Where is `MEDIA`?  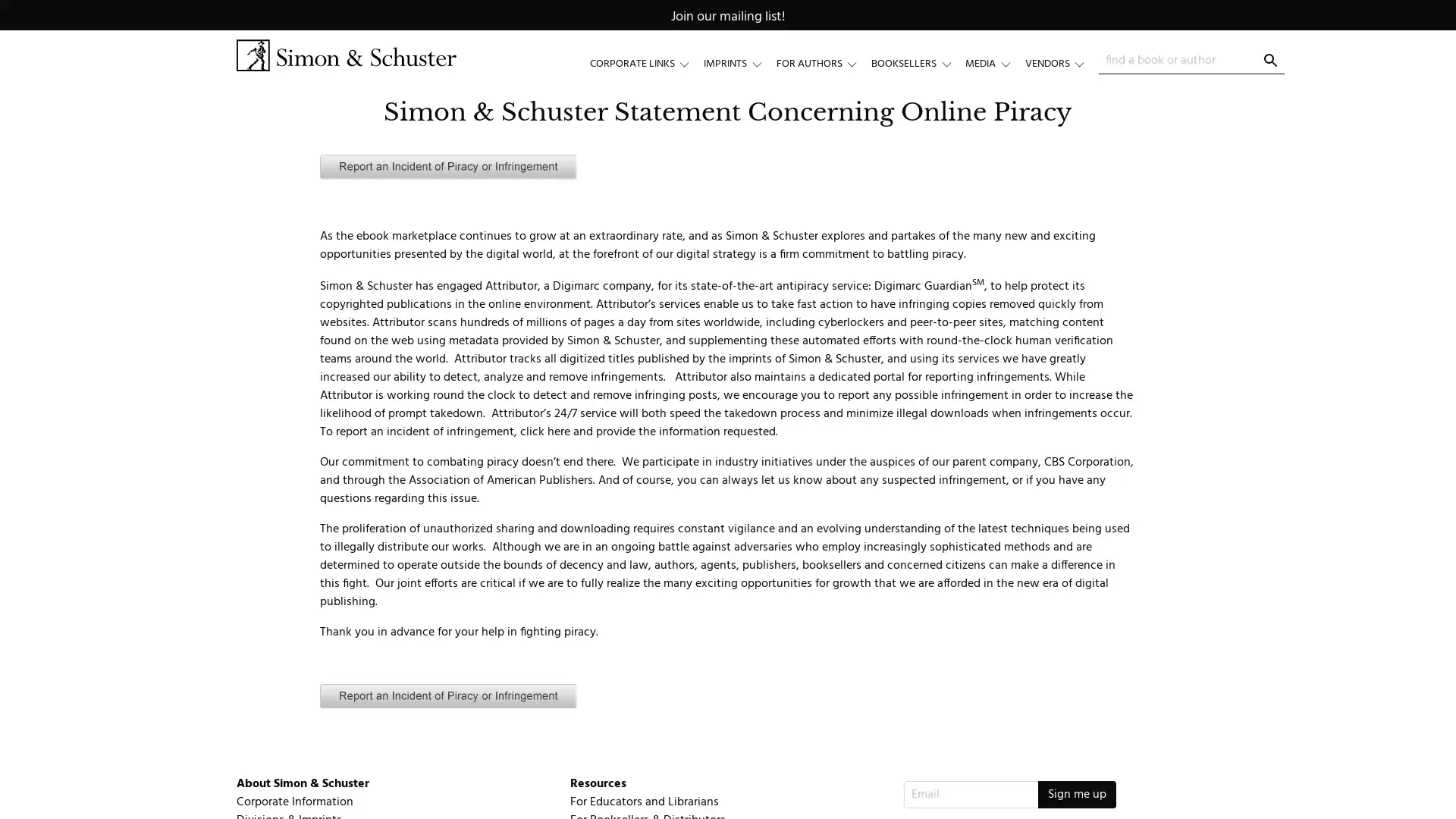
MEDIA is located at coordinates (994, 63).